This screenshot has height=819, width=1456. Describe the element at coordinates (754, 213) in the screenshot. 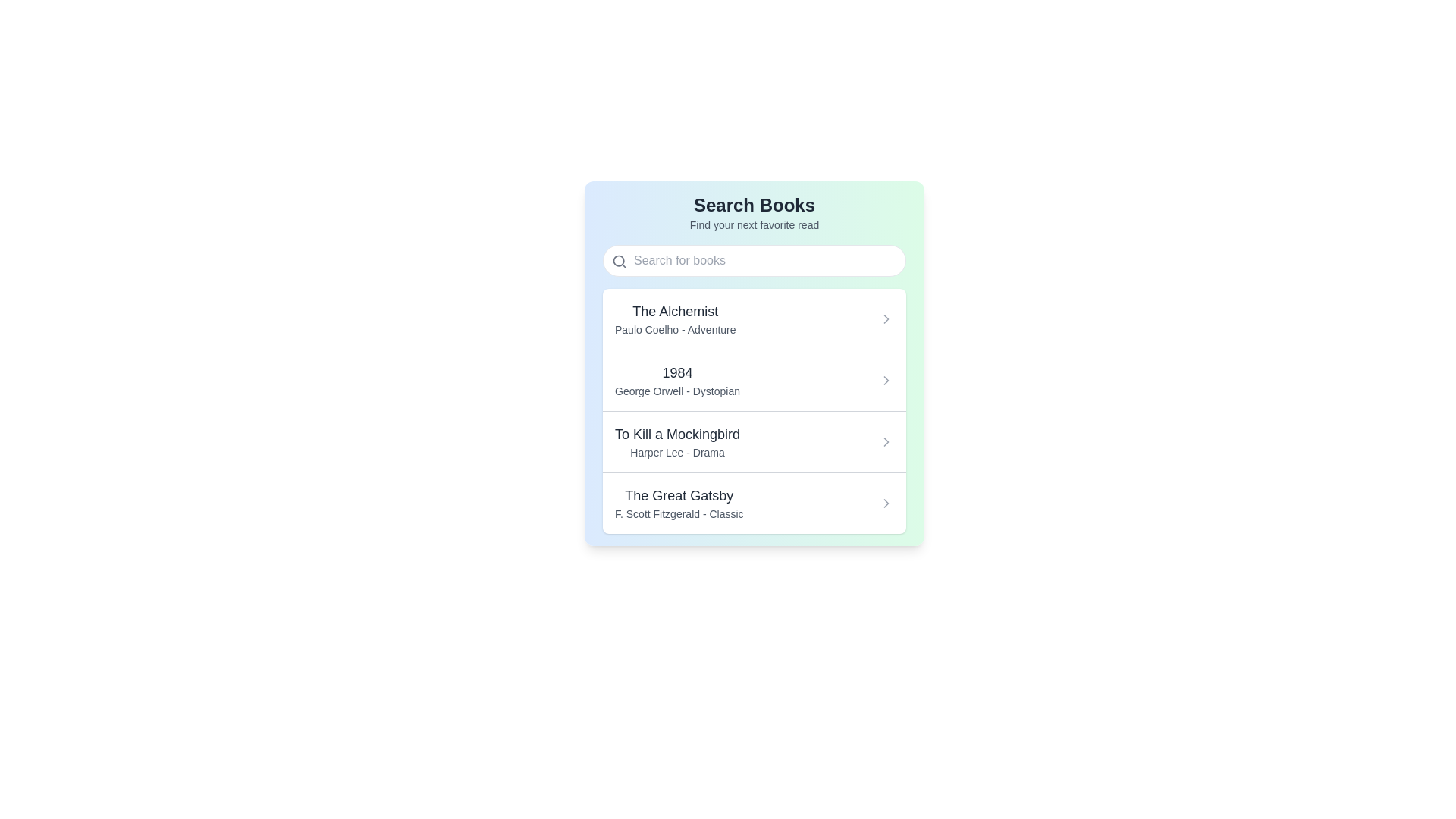

I see `the text display element that includes the title 'Search Books' and the subtitle 'Find your next favorite read'` at that location.